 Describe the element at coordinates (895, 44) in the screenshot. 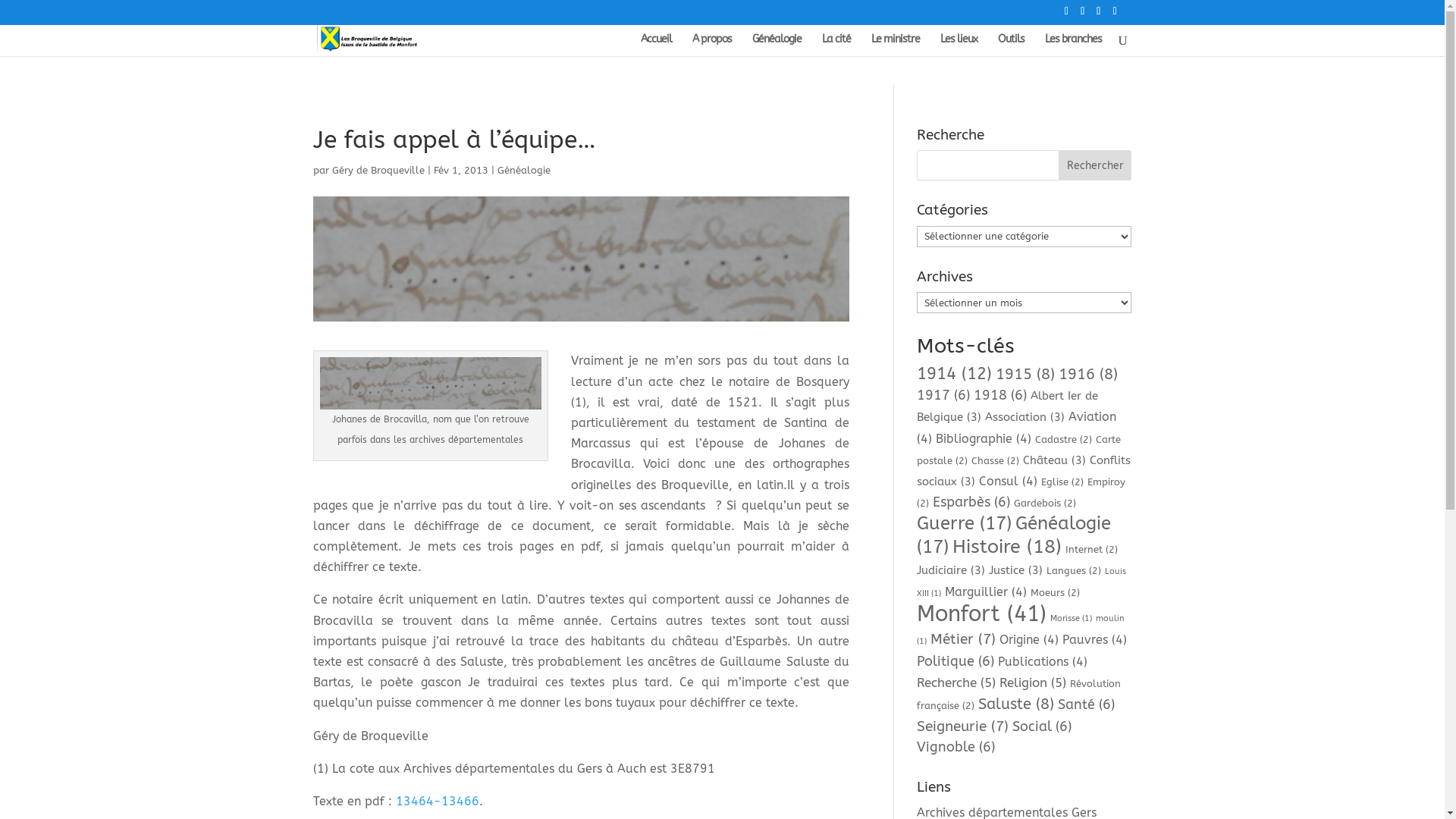

I see `'Le ministre'` at that location.